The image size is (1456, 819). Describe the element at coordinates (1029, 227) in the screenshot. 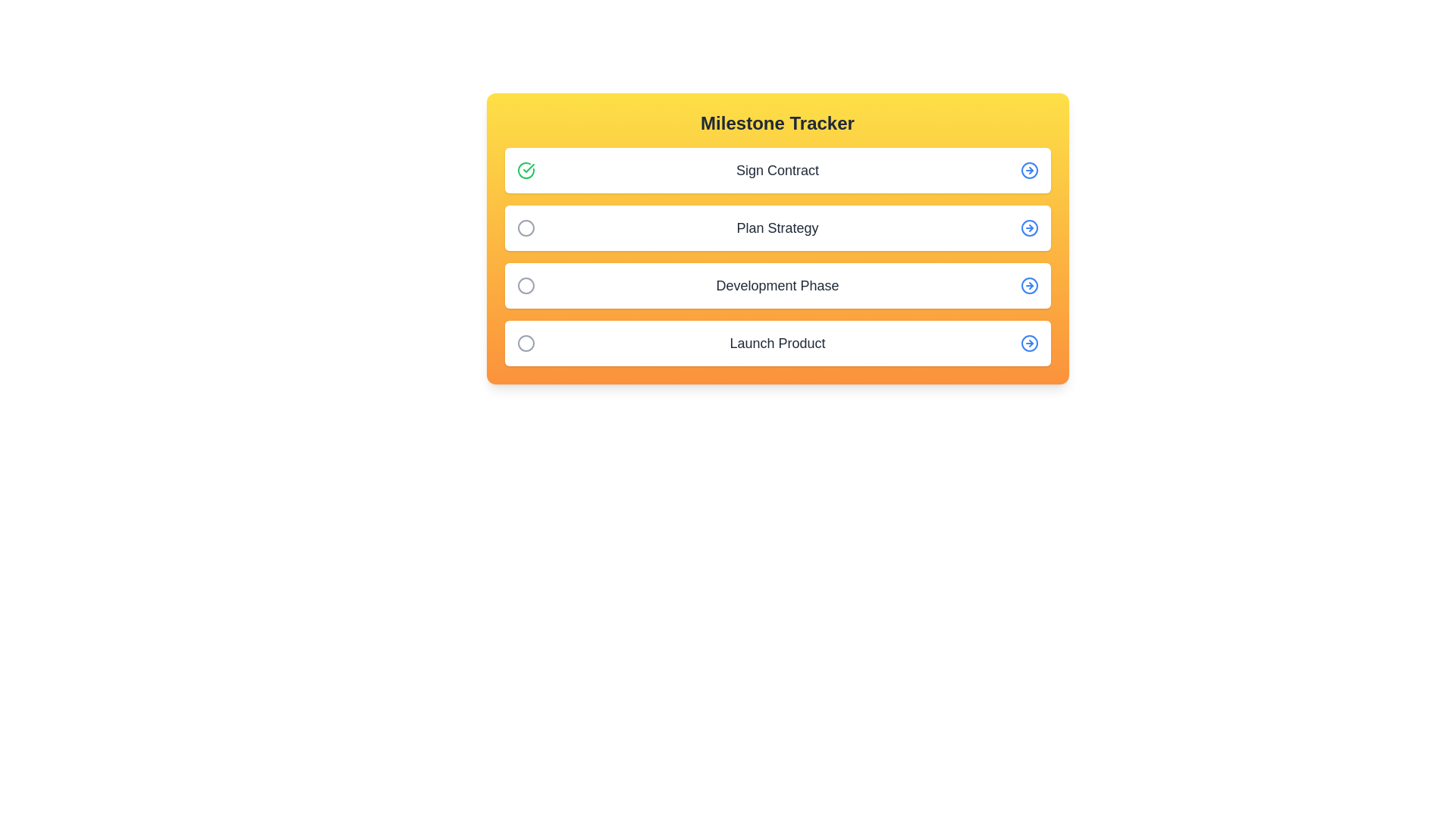

I see `the small, circular blue and white icon with a right-pointing arrow located to the far right of the 'Plan Strategy' row to proceed` at that location.